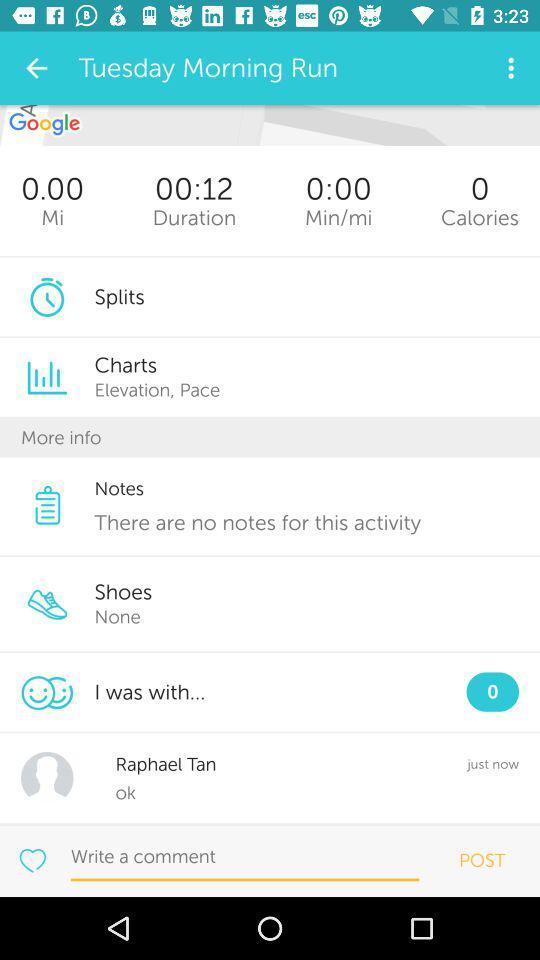 This screenshot has width=540, height=960. I want to click on the calories icon, so click(479, 217).